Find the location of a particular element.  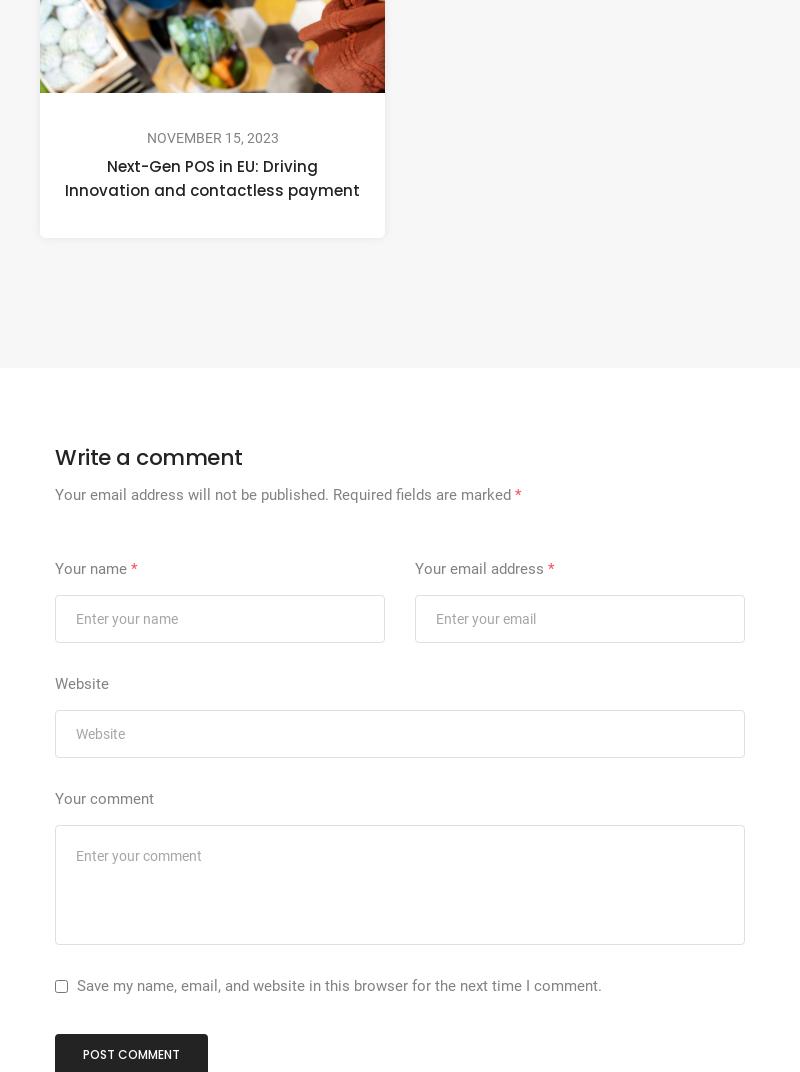

'Next-Gen POS in EU: Driving Innovation and contactless payment' is located at coordinates (212, 176).